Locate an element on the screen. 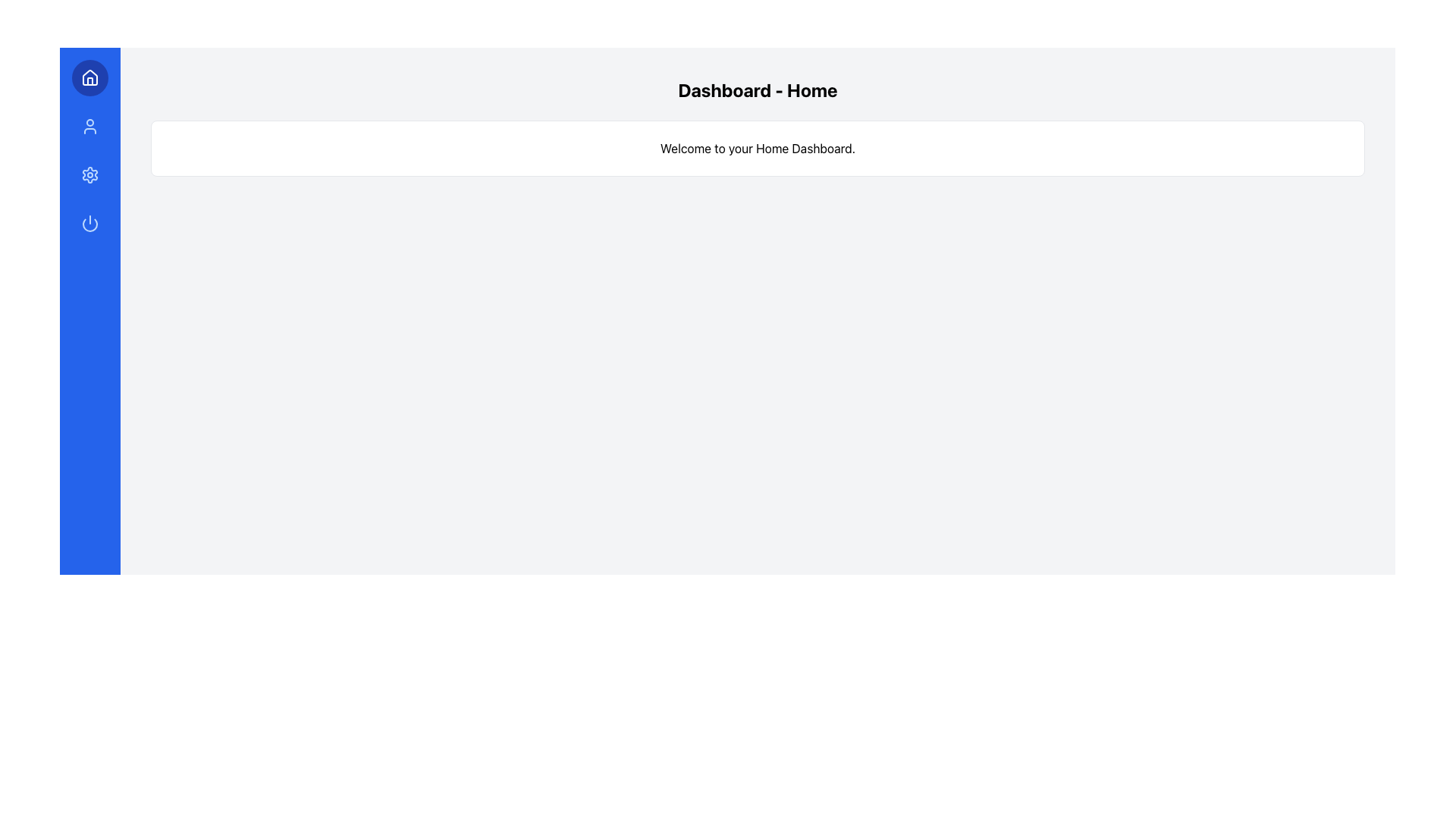  the settings button located in the vertical navigation bar, which is the fourth icon below the 'Profile' icon and above the 'Logout' icon is located at coordinates (89, 174).